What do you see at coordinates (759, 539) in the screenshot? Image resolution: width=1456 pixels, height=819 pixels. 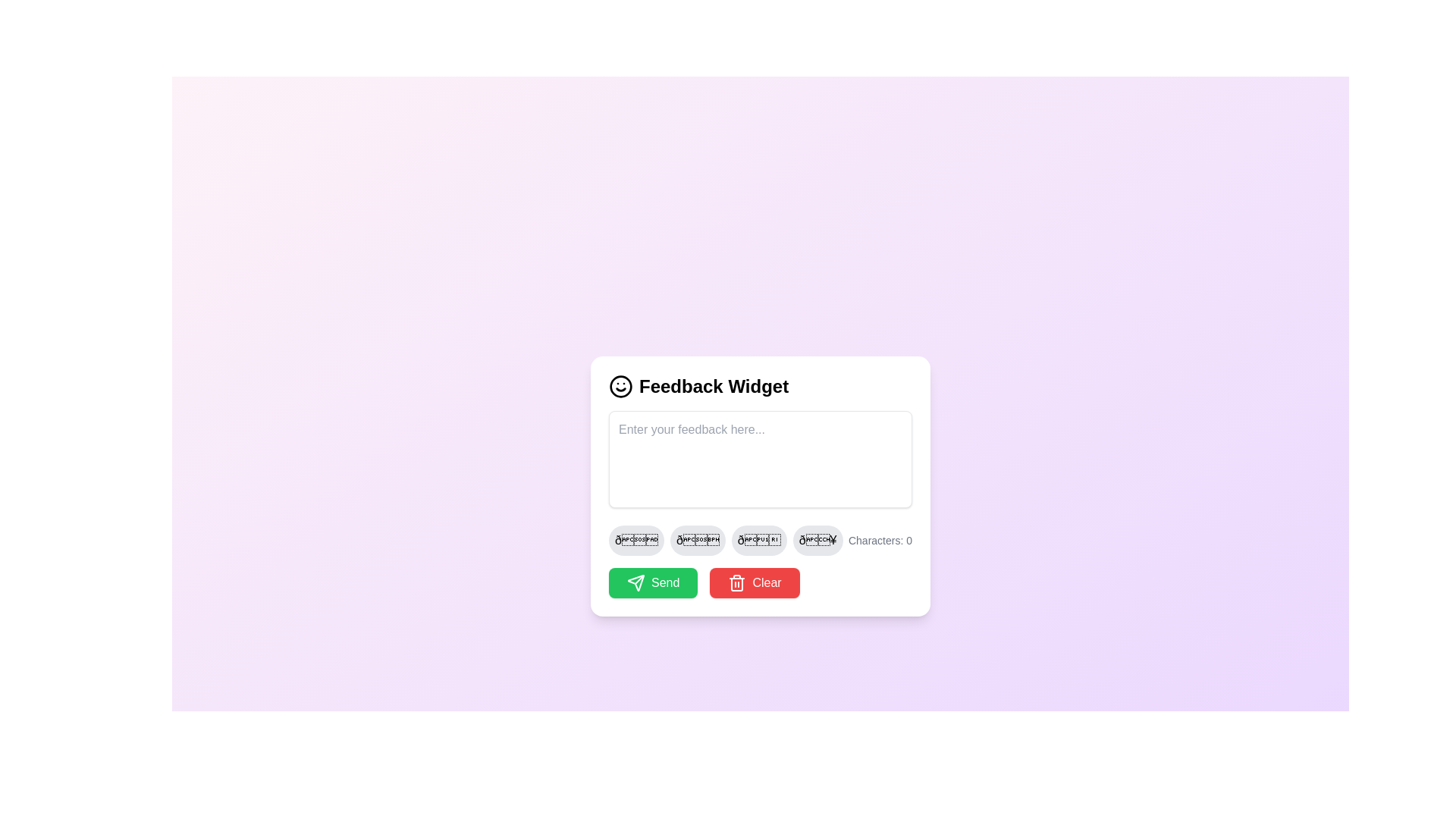 I see `the third interactive button with a thumbs-up emoji located below the feedback input area` at bounding box center [759, 539].